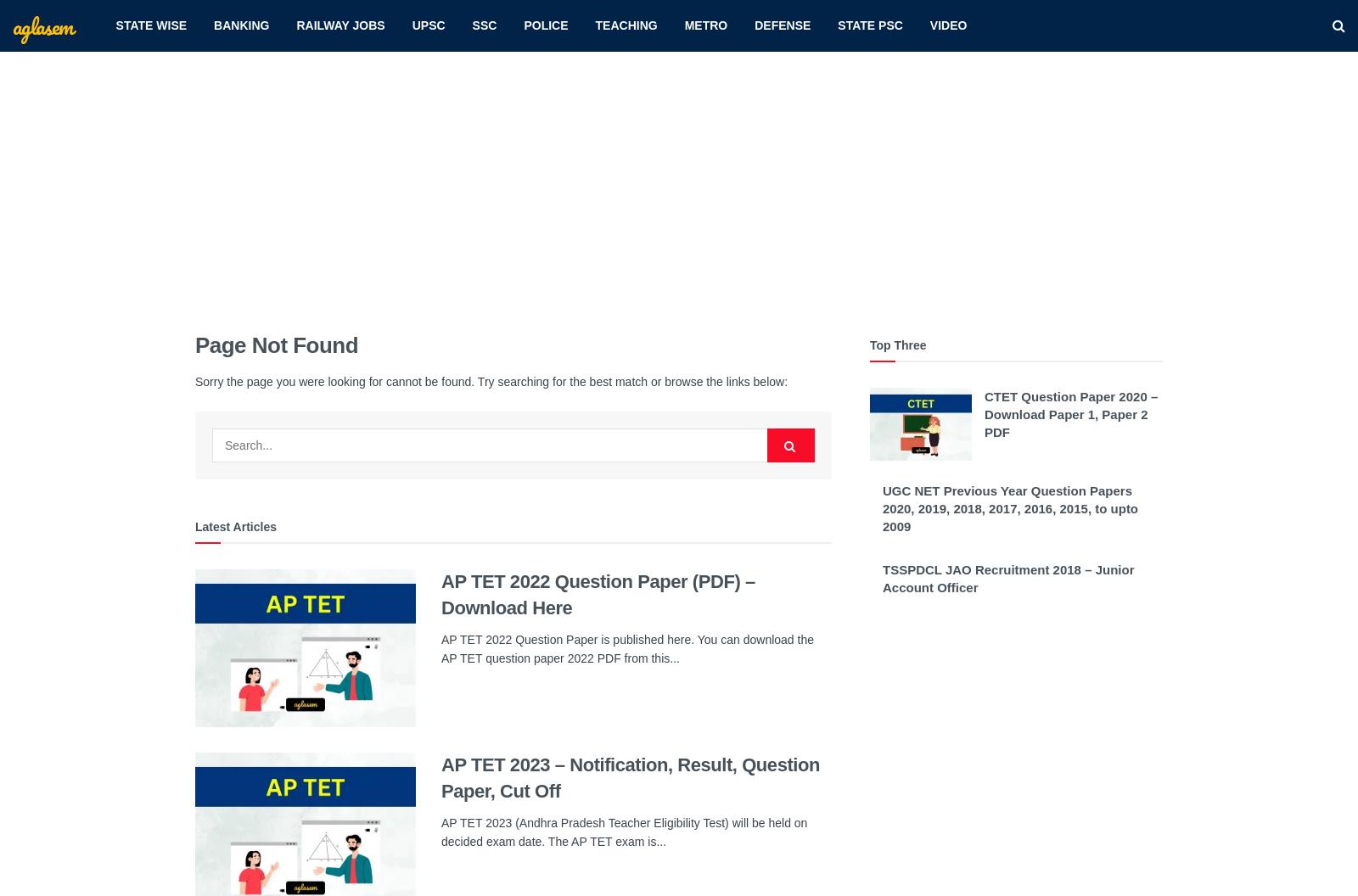 The width and height of the screenshot is (1358, 896). What do you see at coordinates (194, 526) in the screenshot?
I see `'Latest Articles'` at bounding box center [194, 526].